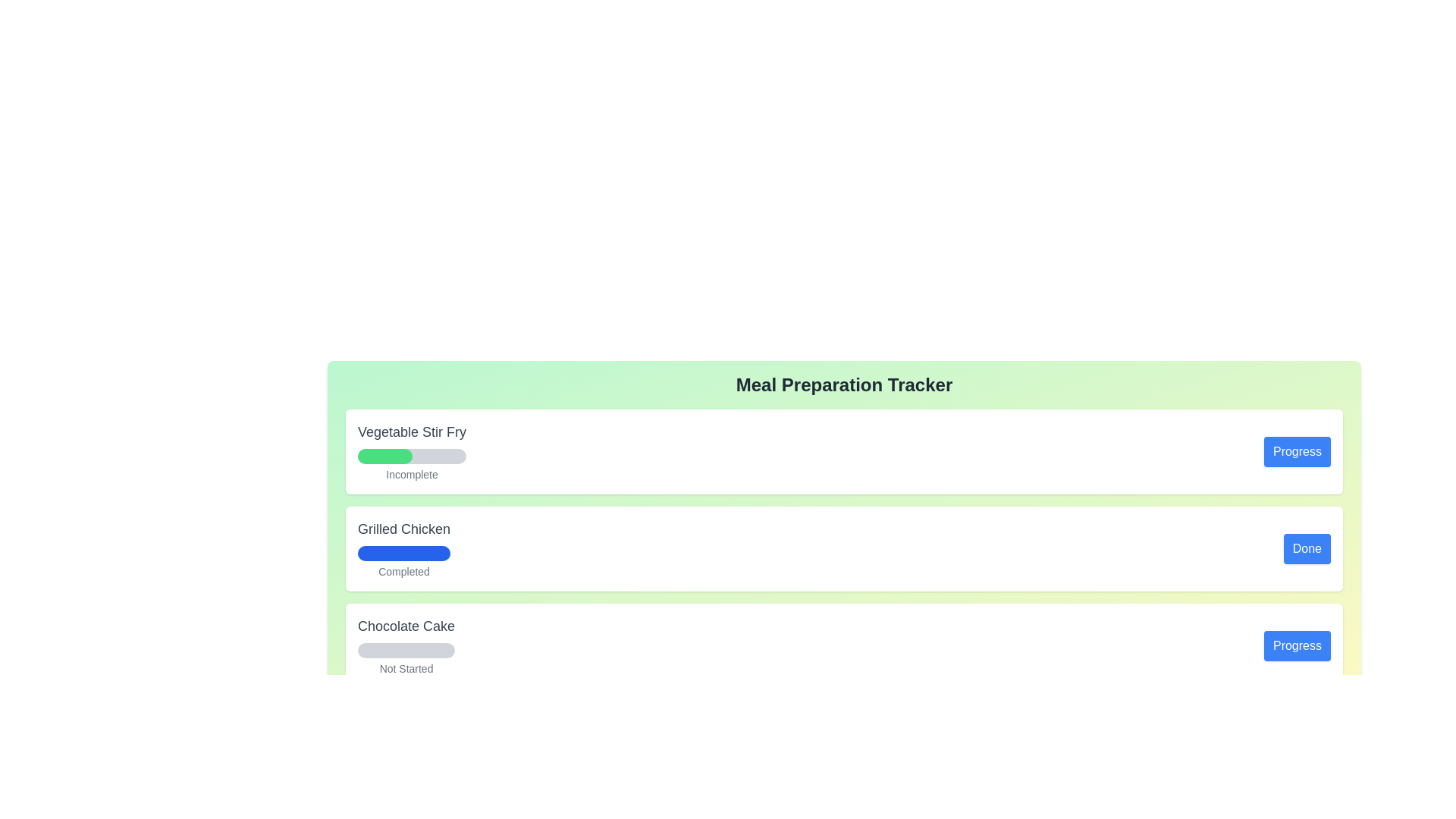  What do you see at coordinates (406, 626) in the screenshot?
I see `the Text Label that identifies the task or item, specifically the one labeled 'Chocolate Cake' located at the upper part of the list block` at bounding box center [406, 626].